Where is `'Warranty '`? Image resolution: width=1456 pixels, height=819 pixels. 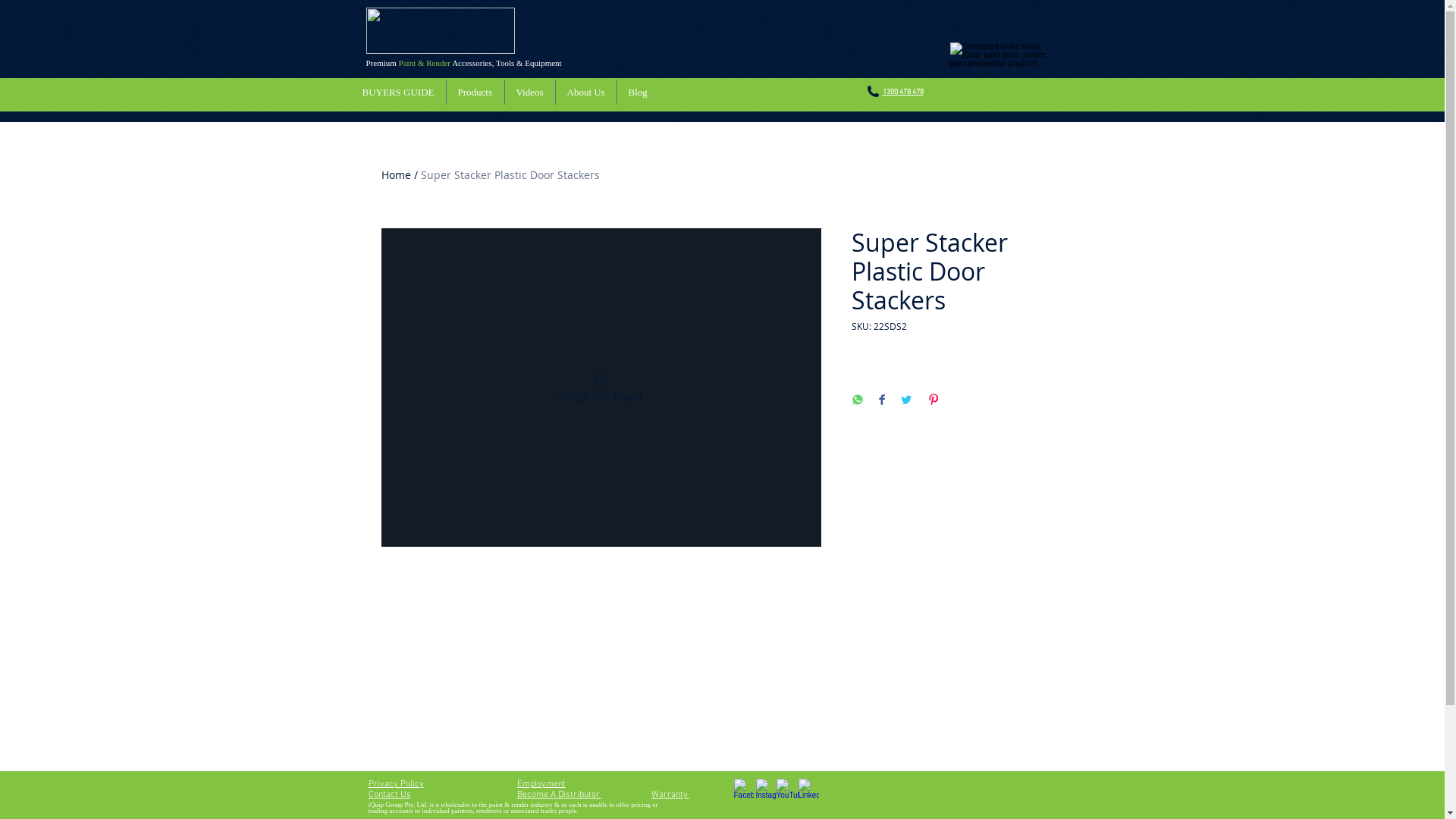 'Warranty ' is located at coordinates (669, 794).